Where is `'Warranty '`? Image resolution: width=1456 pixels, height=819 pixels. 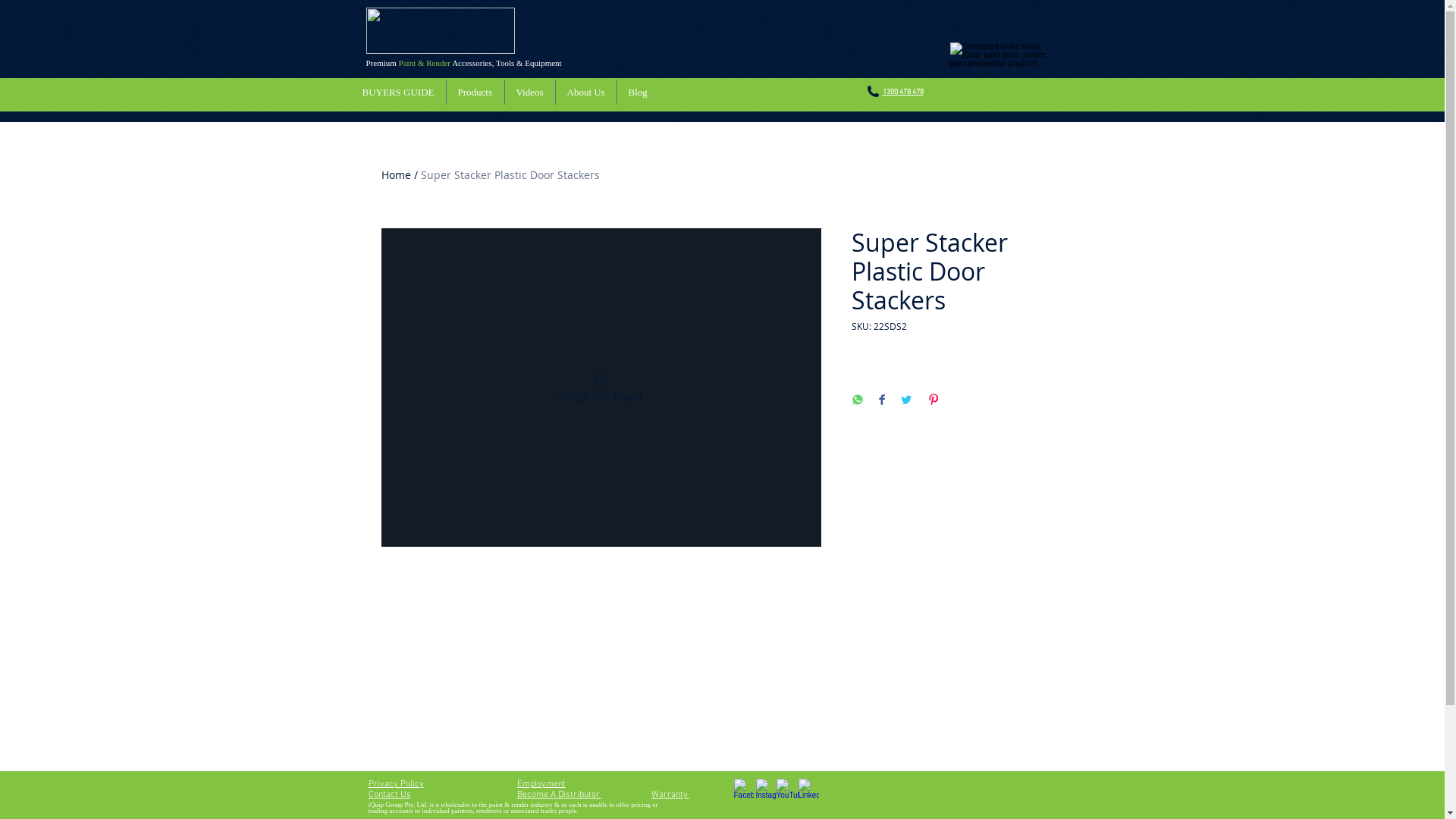 'Warranty ' is located at coordinates (669, 794).